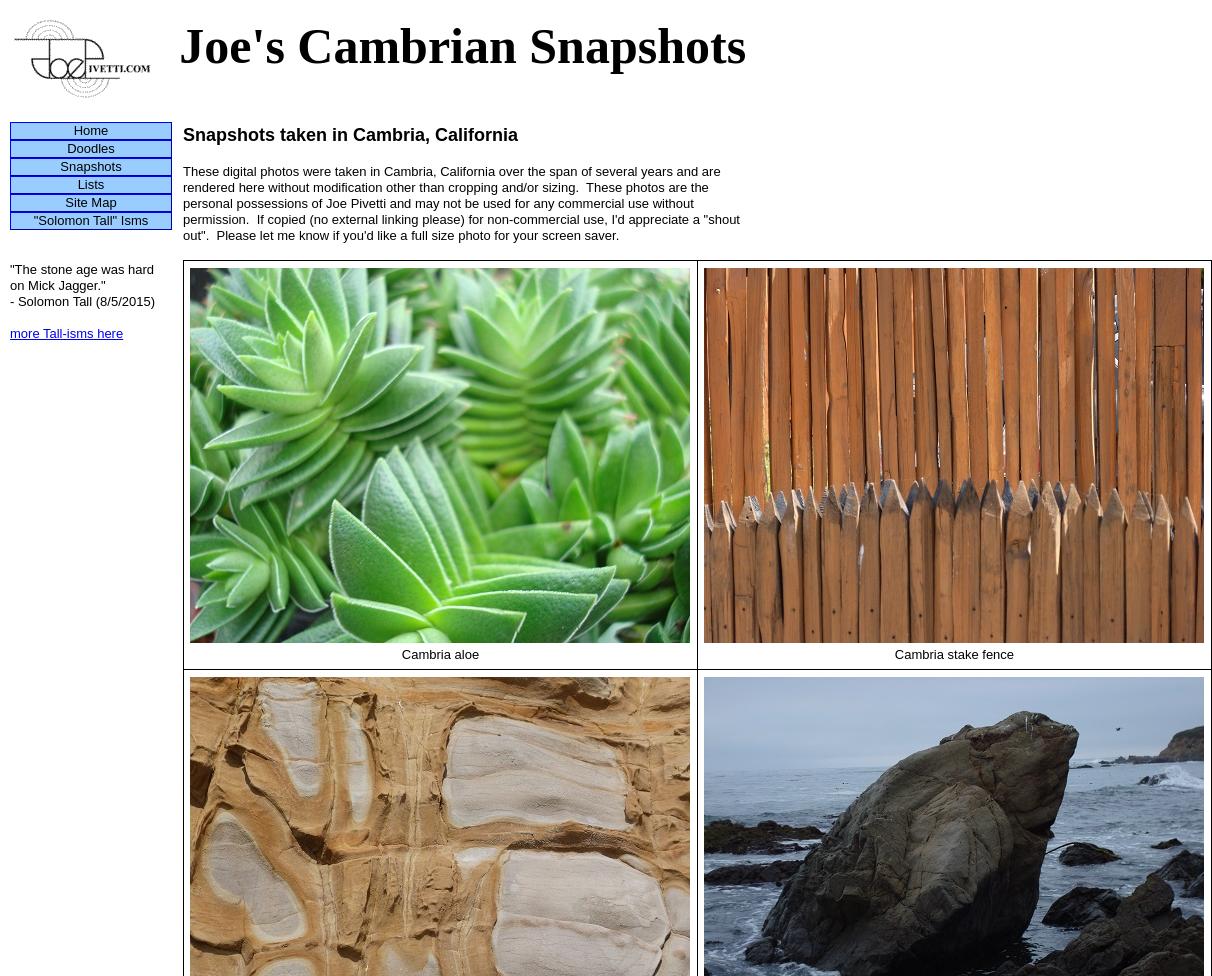  Describe the element at coordinates (90, 201) in the screenshot. I see `'Site Map'` at that location.